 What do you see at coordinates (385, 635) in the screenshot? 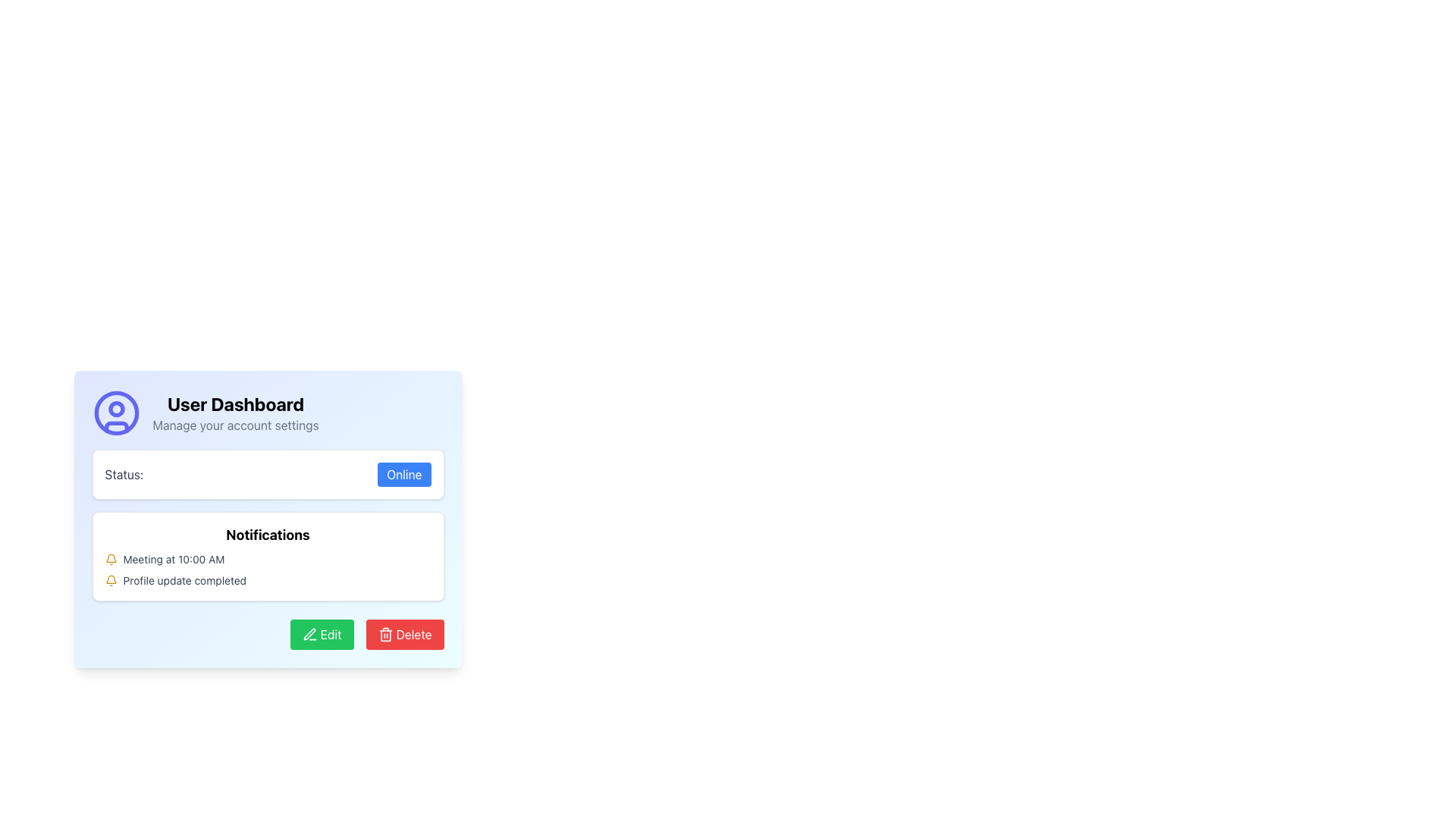
I see `the delete icon located inside the 'Delete' button, to the left of the text label 'Delete'` at bounding box center [385, 635].